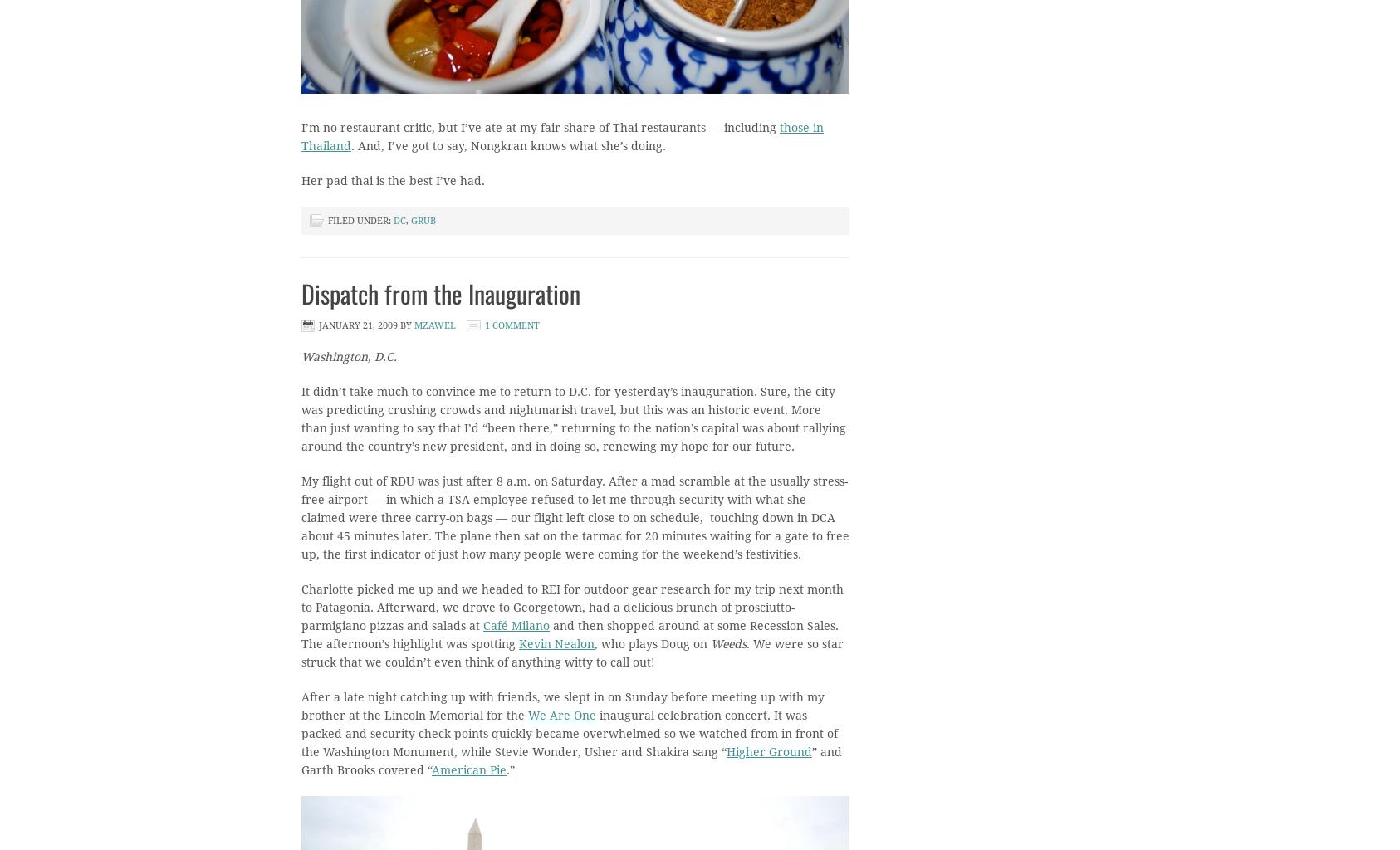 The width and height of the screenshot is (1400, 850). What do you see at coordinates (561, 706) in the screenshot?
I see `'After a late night catching up with friends, we slept in on Sunday before meeting up with my brother at the Lincoln Memorial for the'` at bounding box center [561, 706].